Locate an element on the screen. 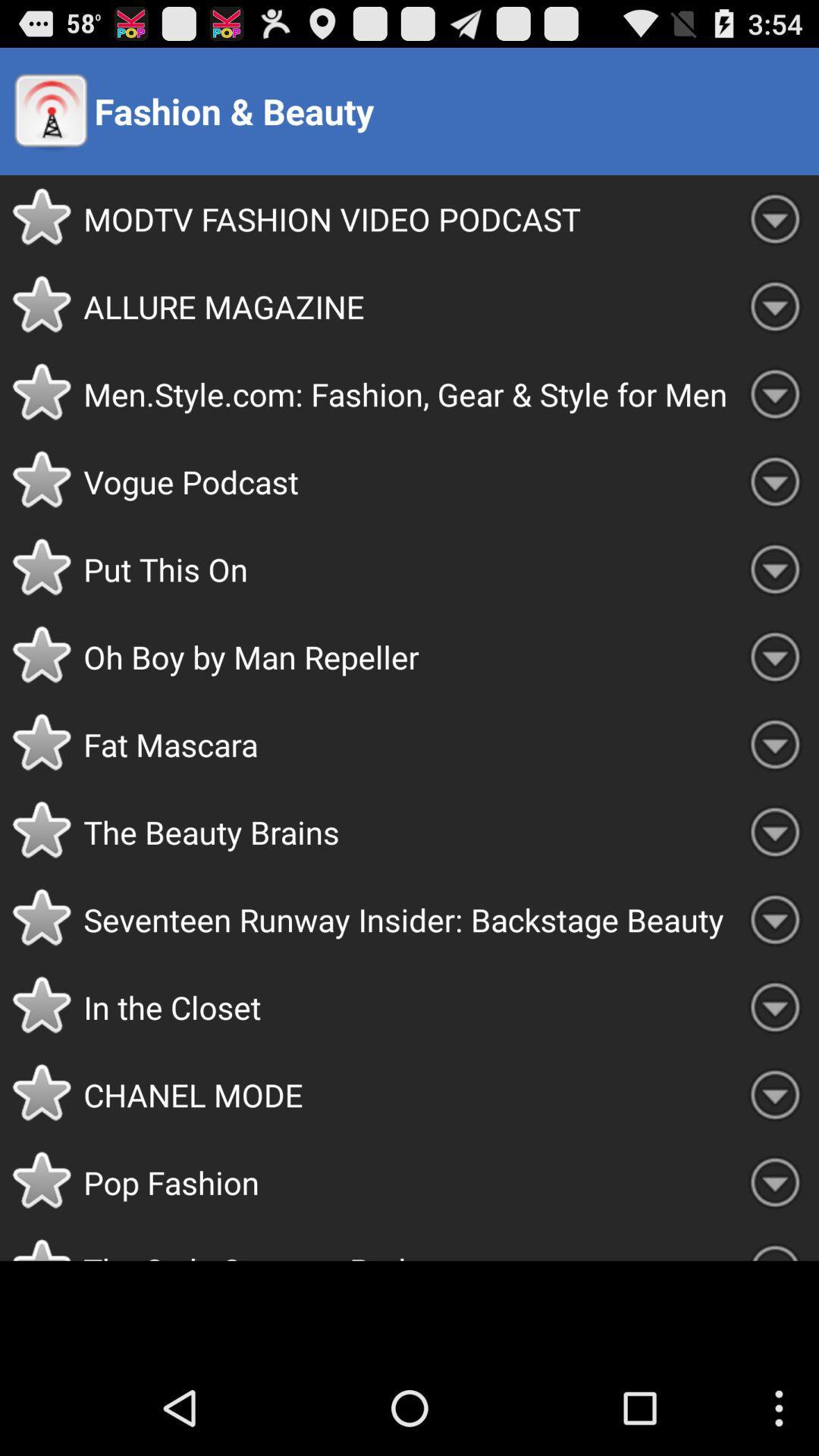 The width and height of the screenshot is (819, 1456). the vogue podcast app is located at coordinates (406, 481).